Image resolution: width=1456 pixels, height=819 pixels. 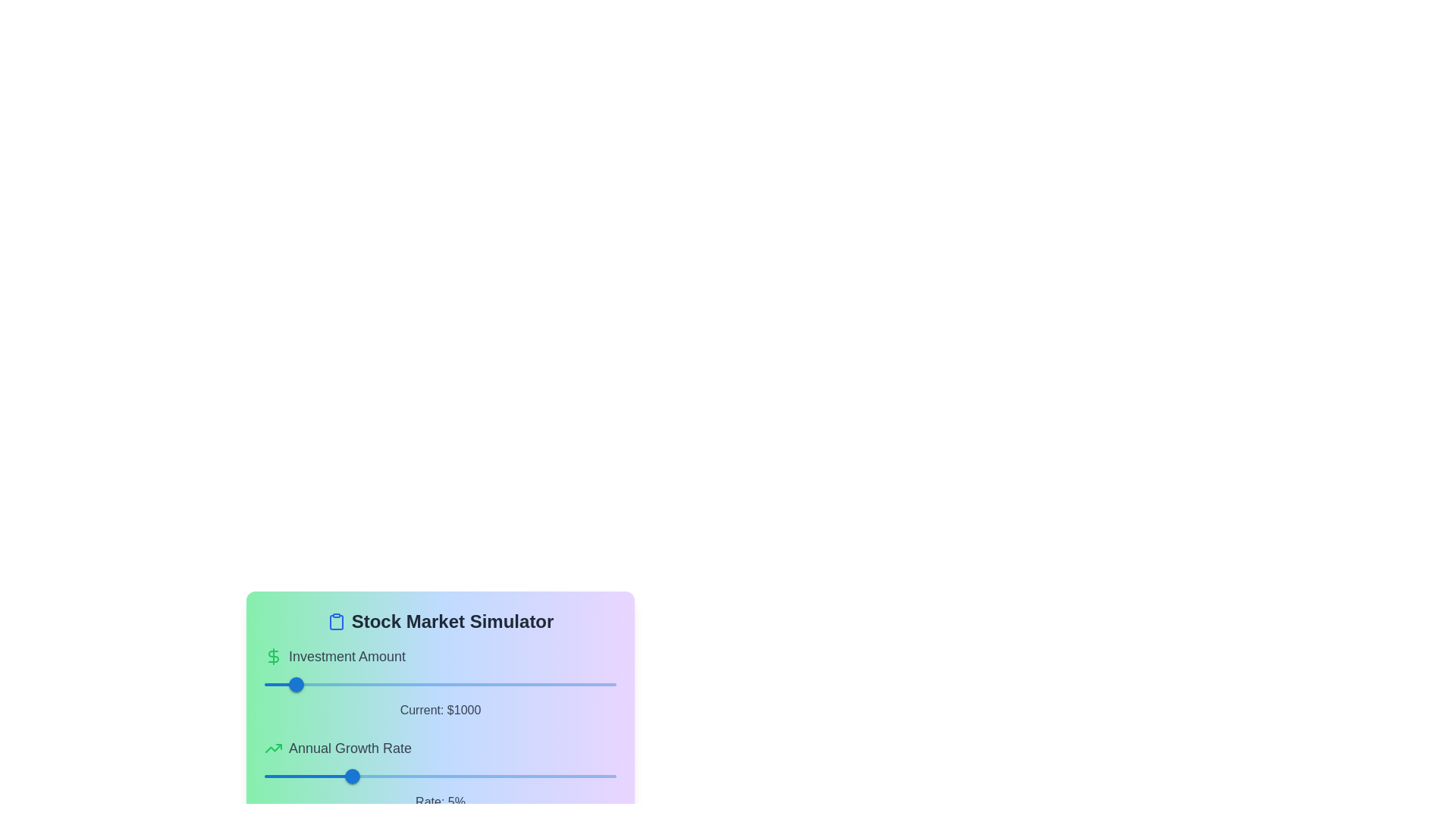 I want to click on the investment amount, so click(x=447, y=684).